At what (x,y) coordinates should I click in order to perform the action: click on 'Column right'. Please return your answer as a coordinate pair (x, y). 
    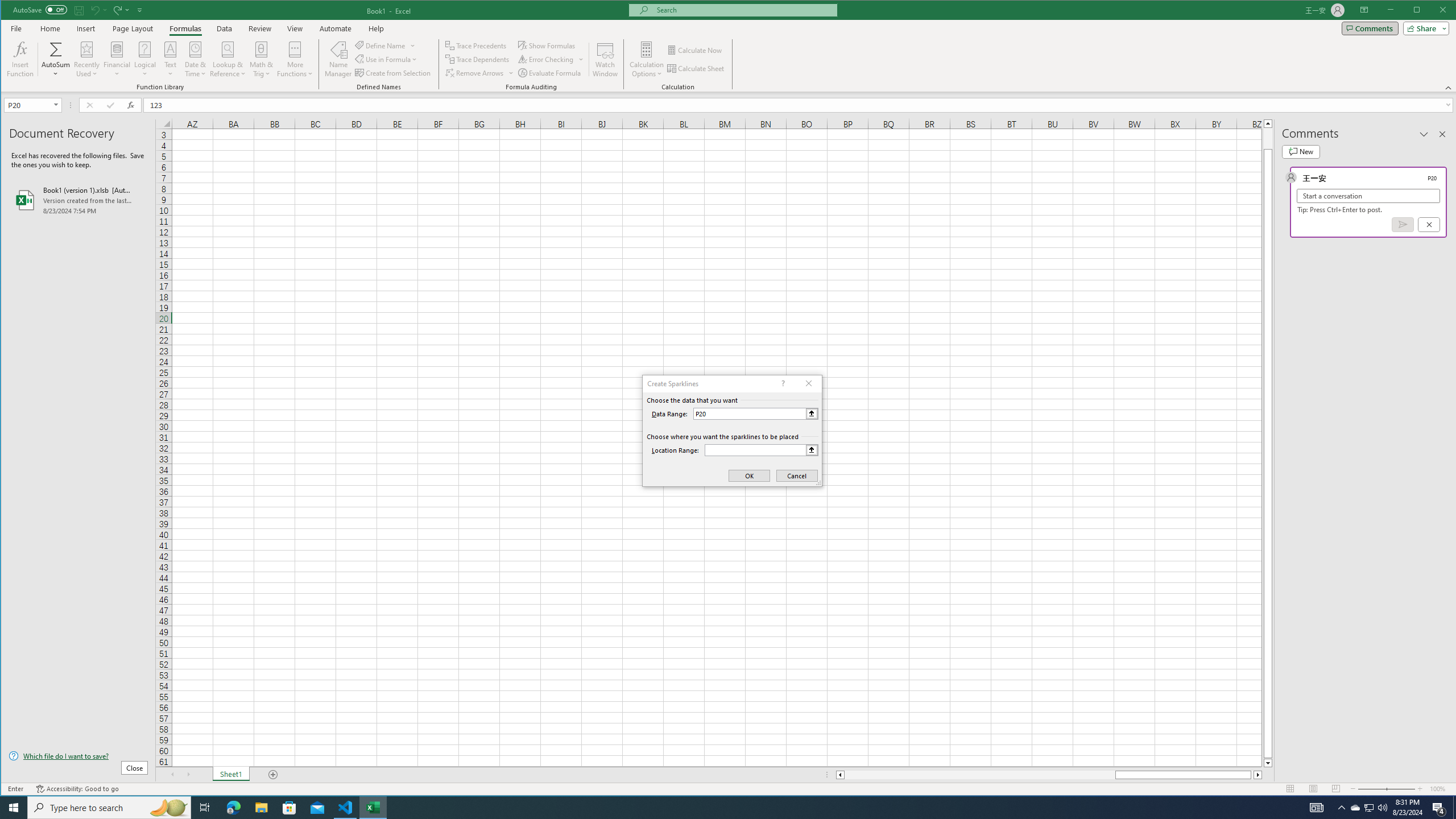
    Looking at the image, I should click on (1259, 775).